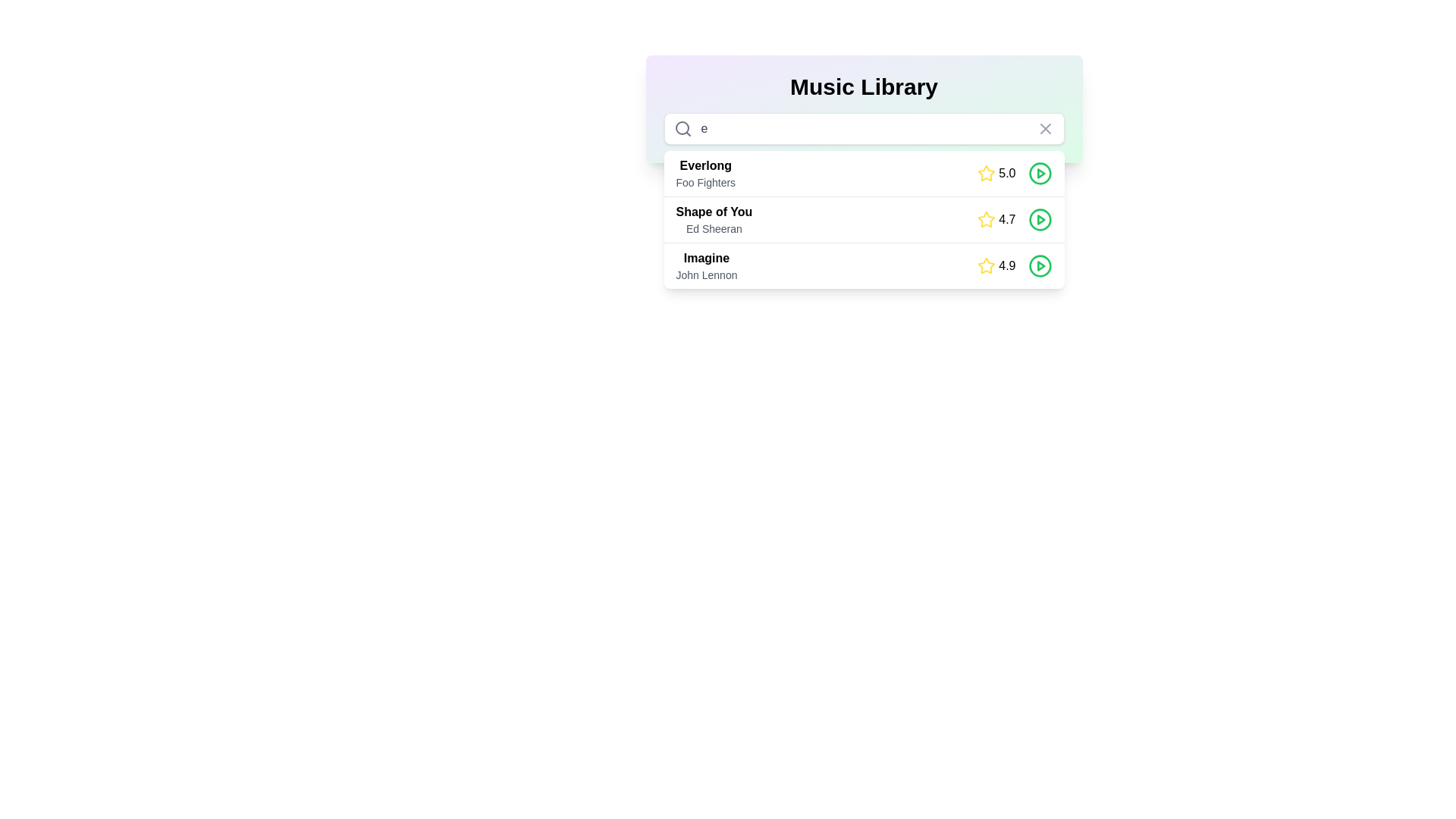 This screenshot has width=1456, height=819. Describe the element at coordinates (864, 87) in the screenshot. I see `header text element labeled 'Music Library' for contextual information` at that location.